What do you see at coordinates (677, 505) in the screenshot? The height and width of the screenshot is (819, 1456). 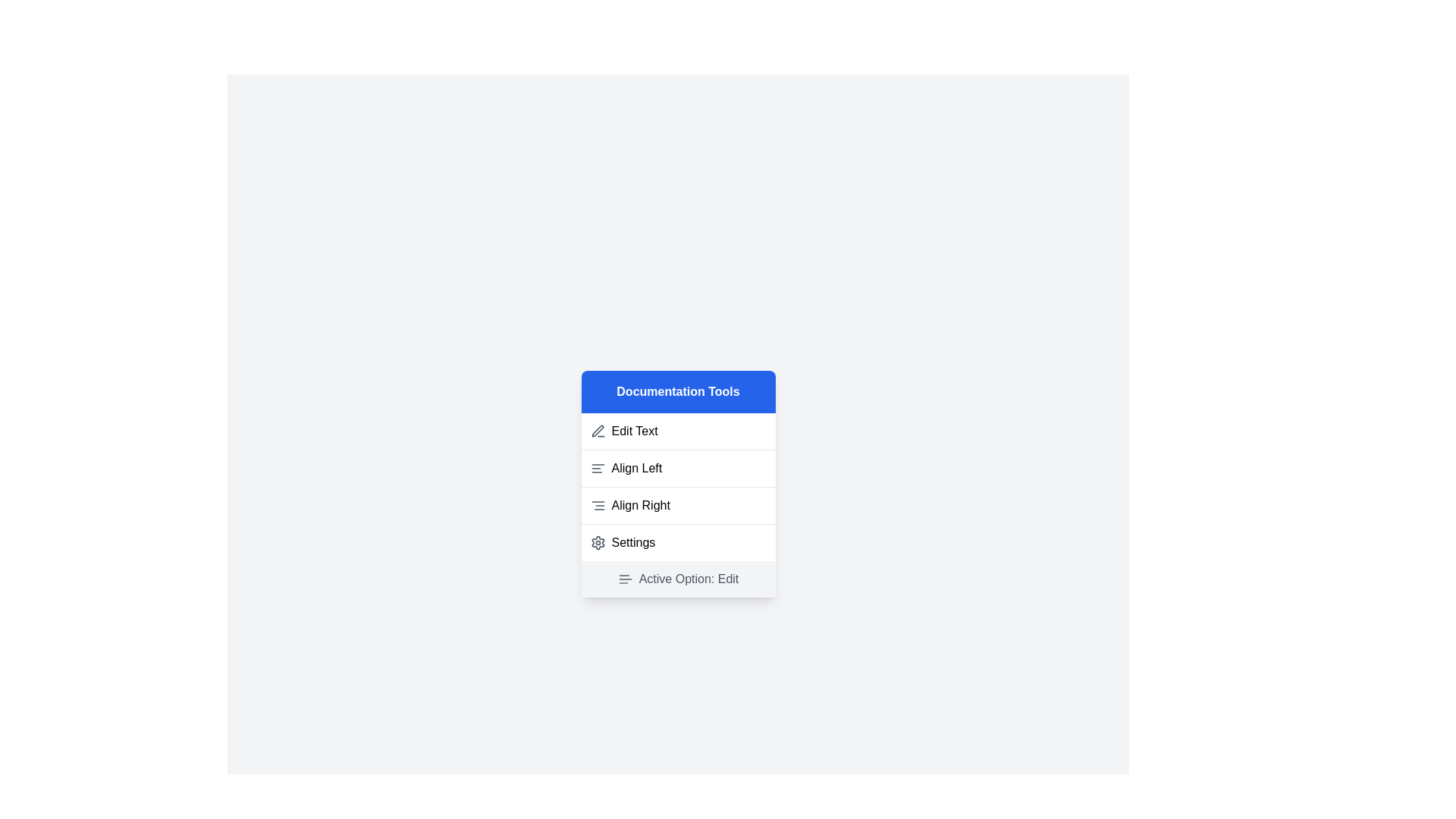 I see `the menu option Align Right to select it` at bounding box center [677, 505].